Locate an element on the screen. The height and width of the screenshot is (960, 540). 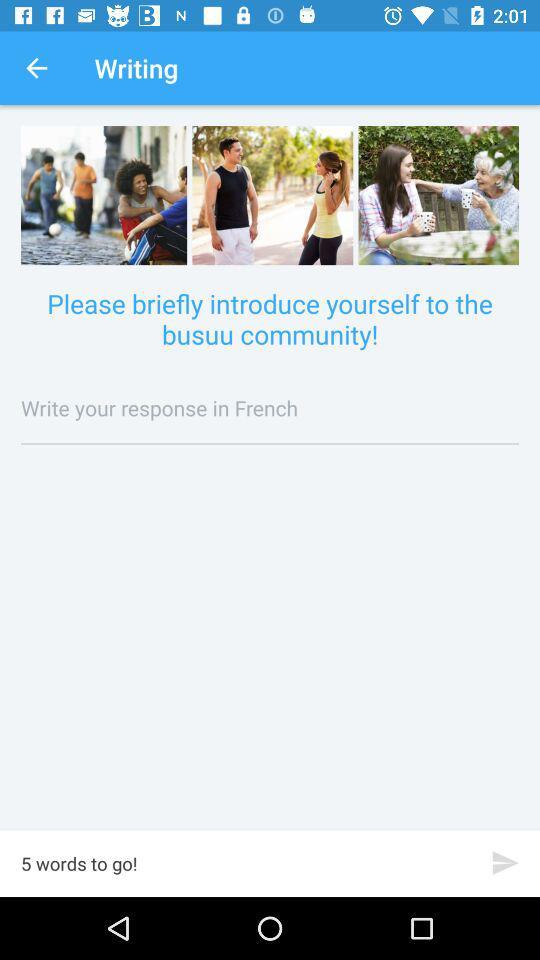
item below please briefly introduce icon is located at coordinates (270, 407).